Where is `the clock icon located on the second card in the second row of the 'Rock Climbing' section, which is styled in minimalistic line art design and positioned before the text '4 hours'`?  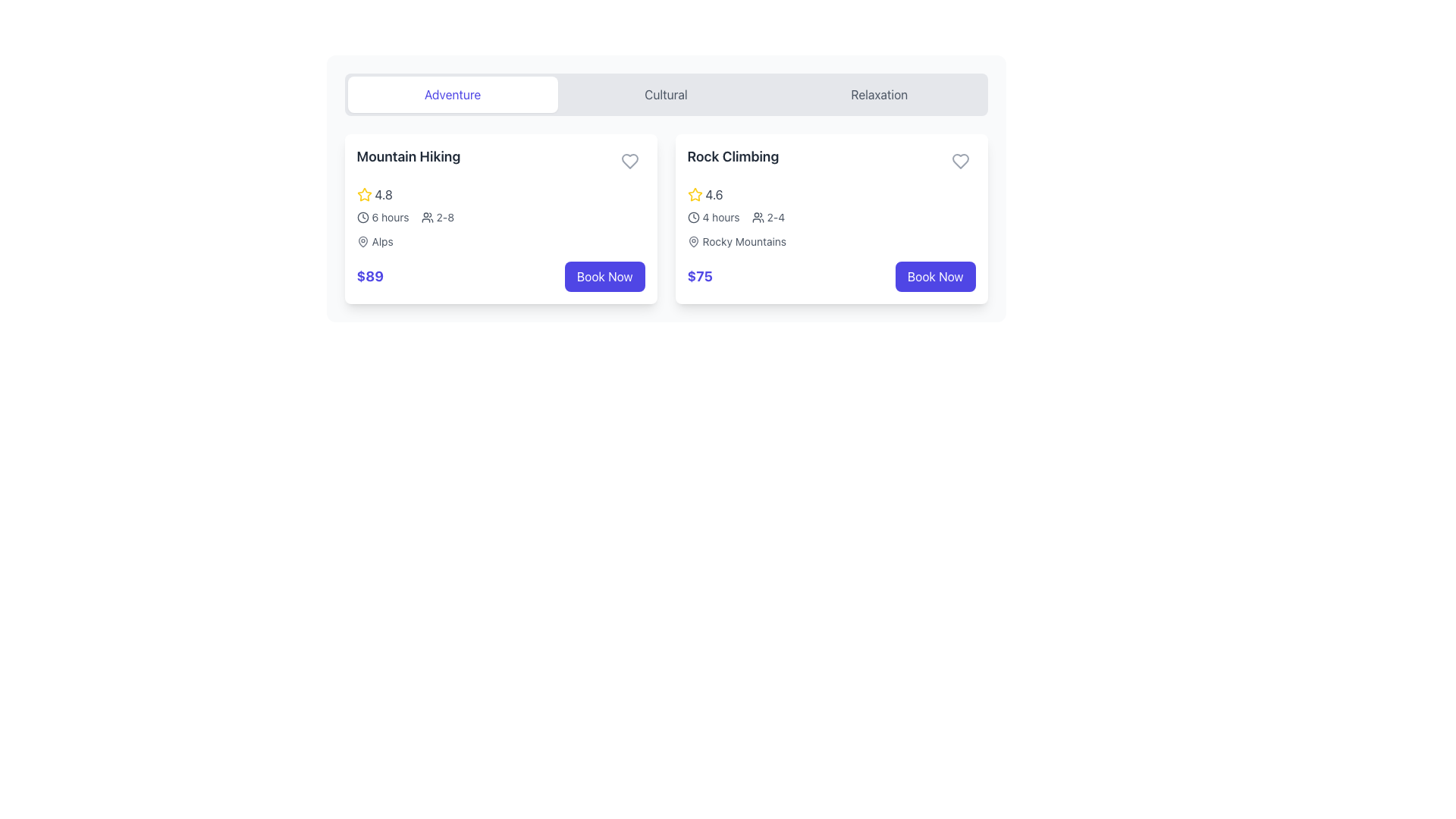
the clock icon located on the second card in the second row of the 'Rock Climbing' section, which is styled in minimalistic line art design and positioned before the text '4 hours' is located at coordinates (692, 217).